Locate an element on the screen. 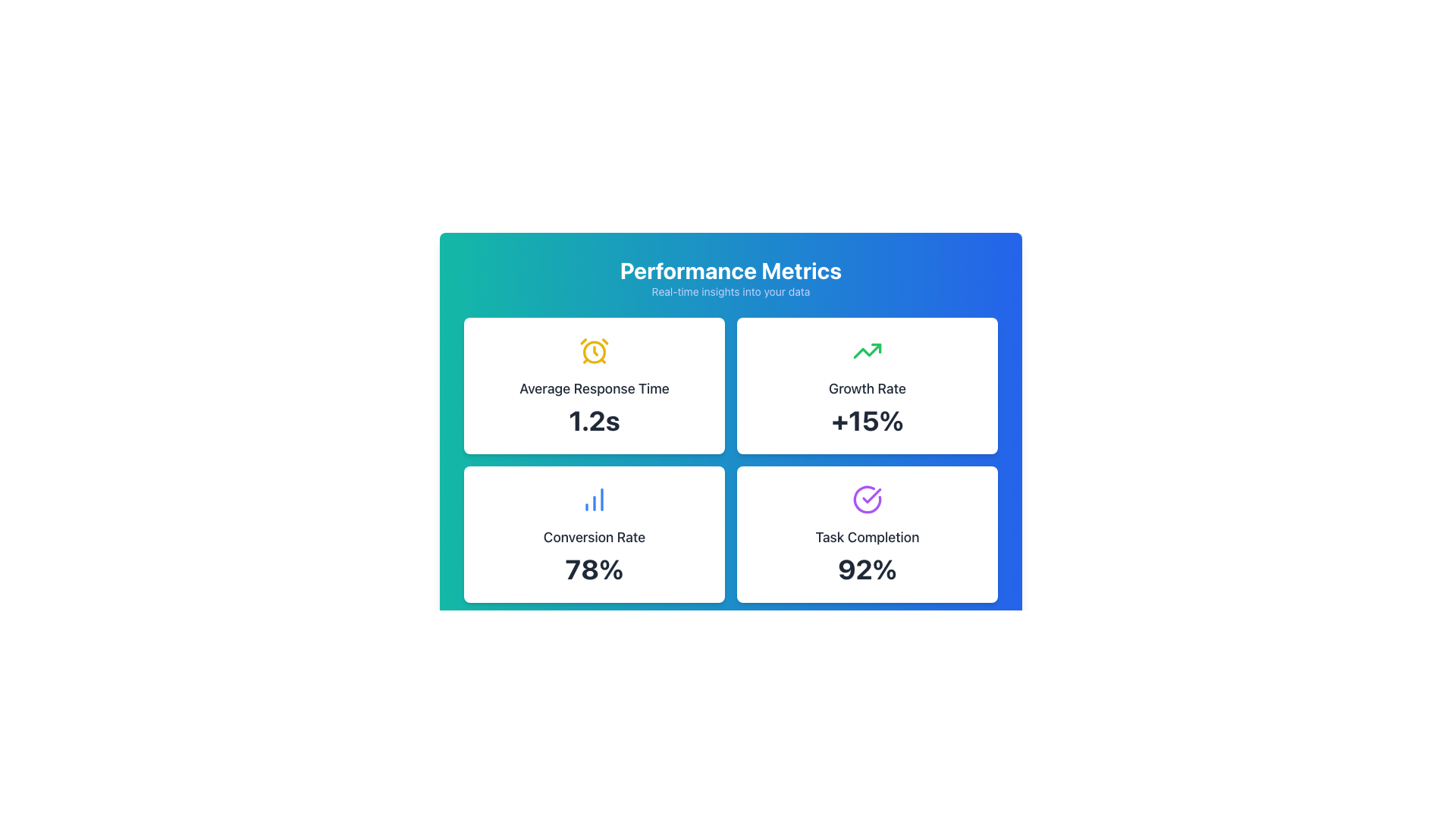 The height and width of the screenshot is (819, 1456). success Icon located at the top-center of the 'Task Completion' card in the lower-right quadrant of the dashboard for information is located at coordinates (867, 500).